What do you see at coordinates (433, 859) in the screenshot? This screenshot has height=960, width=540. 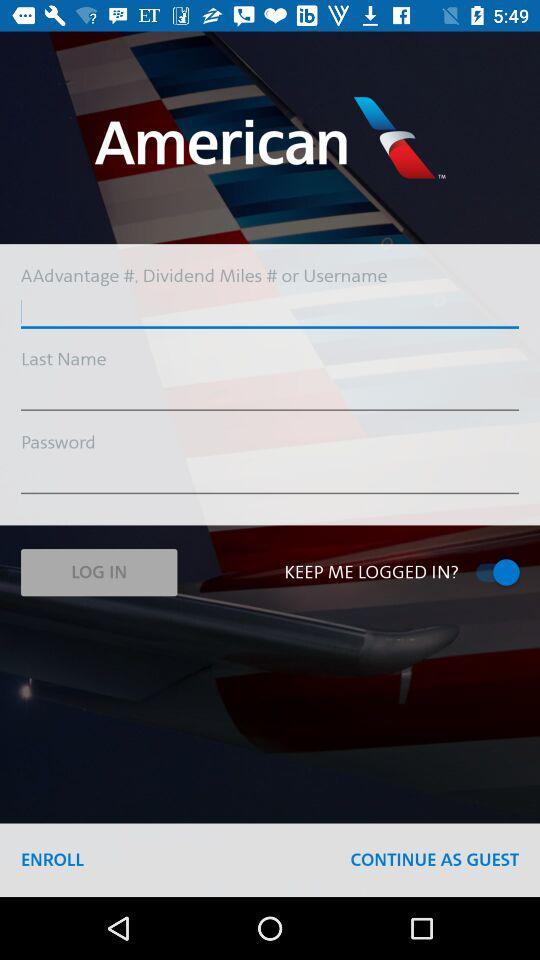 I see `item next to the enroll` at bounding box center [433, 859].